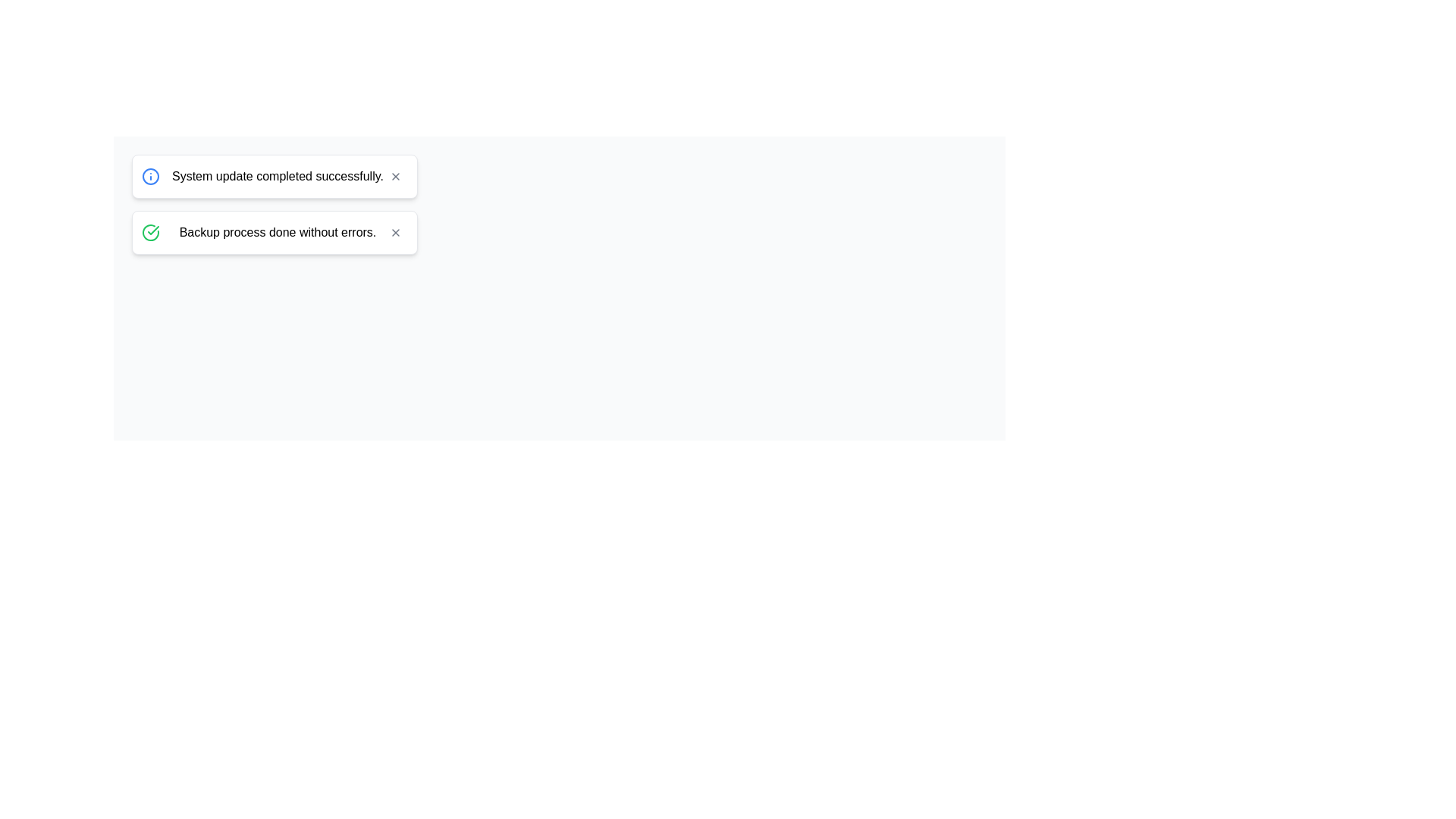 This screenshot has width=1456, height=819. What do you see at coordinates (395, 233) in the screenshot?
I see `the Icon Button located at the top-right corner of the notification card, adjacent to the text 'Backup process done without errors.'` at bounding box center [395, 233].